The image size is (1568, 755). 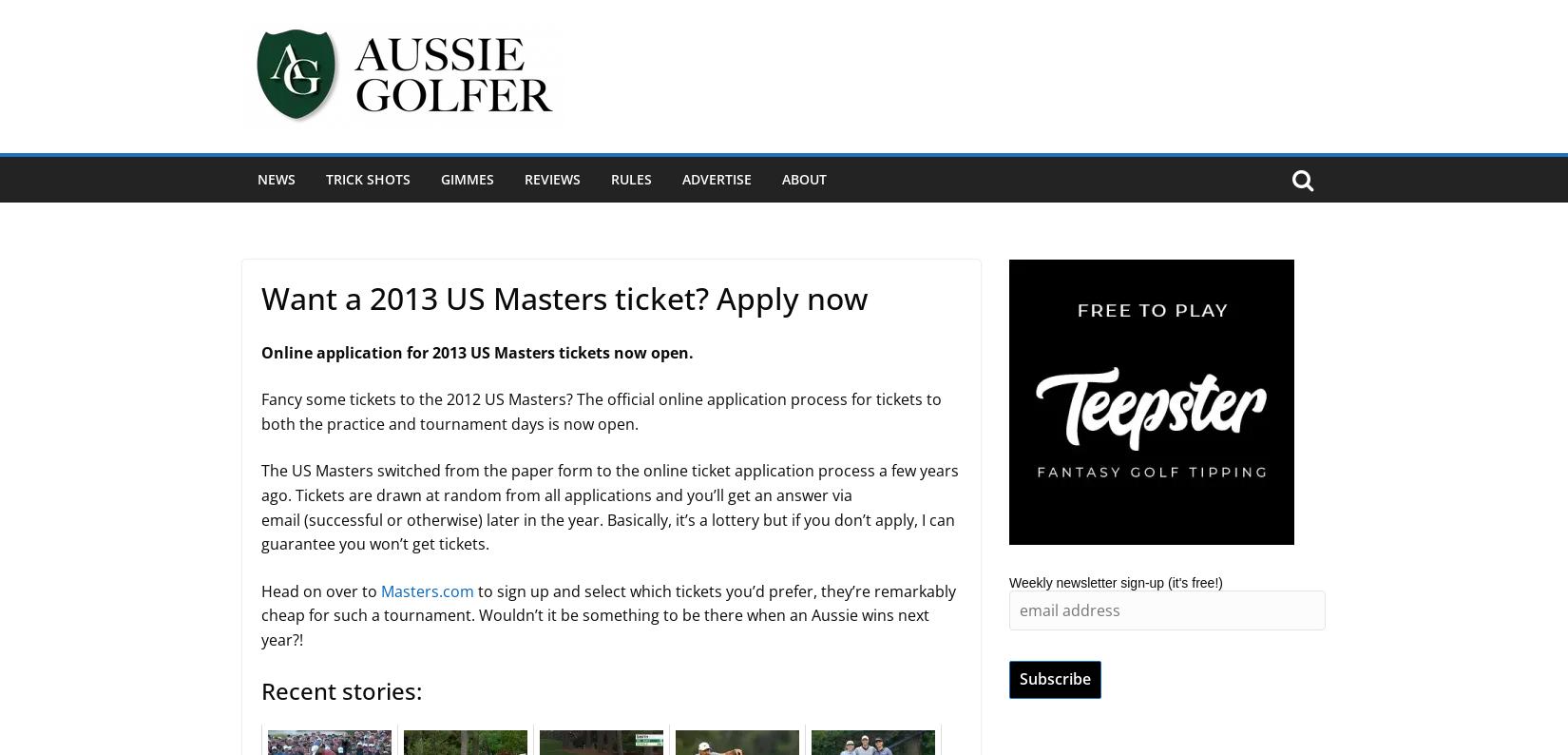 What do you see at coordinates (261, 613) in the screenshot?
I see `'to sign up and select which tickets you’d prefer, they’re remarkably cheap for such a tournament. Wouldn’t it be something to be there when an Aussie wins next year?!'` at bounding box center [261, 613].